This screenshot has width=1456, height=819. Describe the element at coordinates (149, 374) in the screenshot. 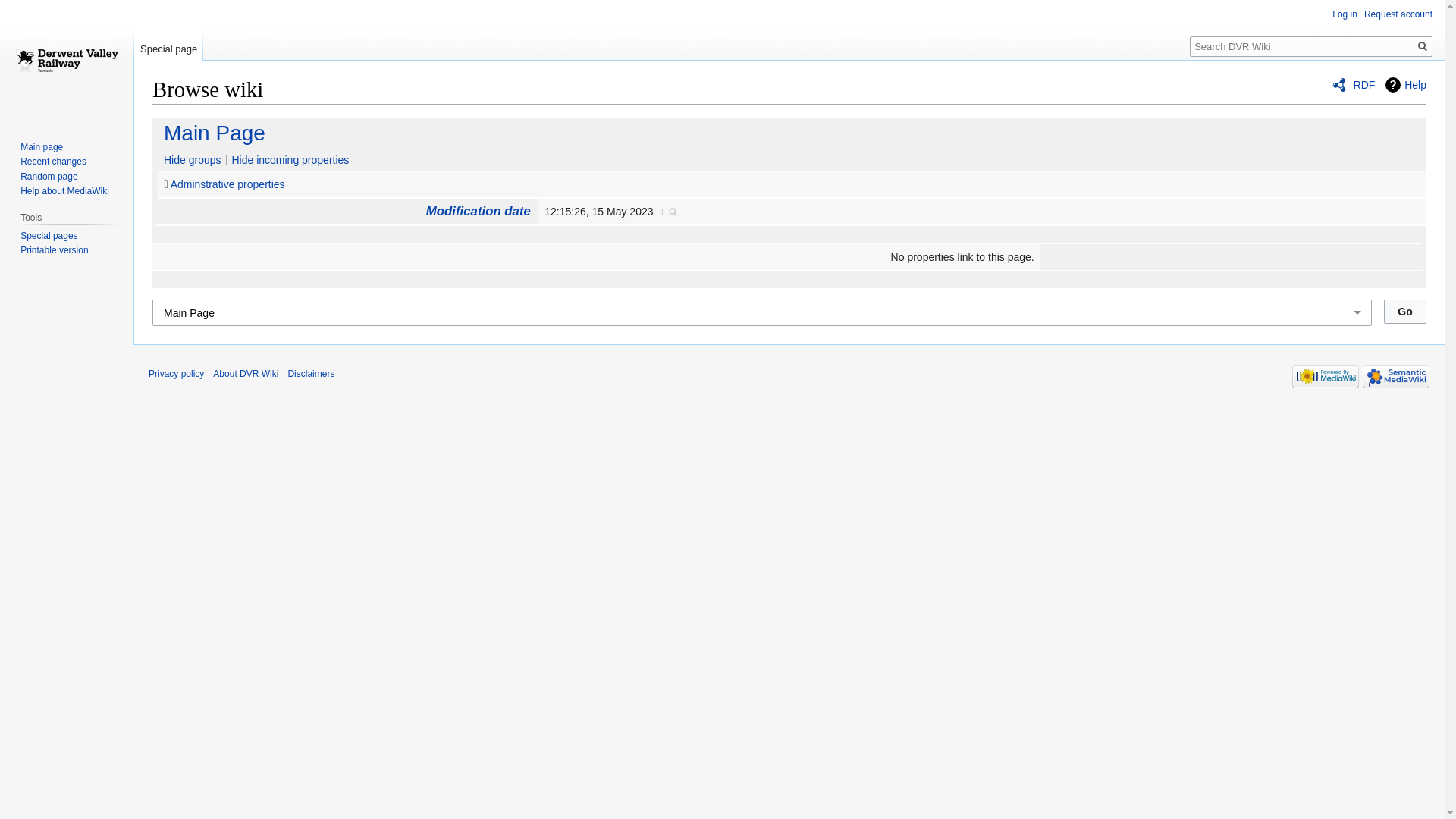

I see `'Privacy policy'` at that location.